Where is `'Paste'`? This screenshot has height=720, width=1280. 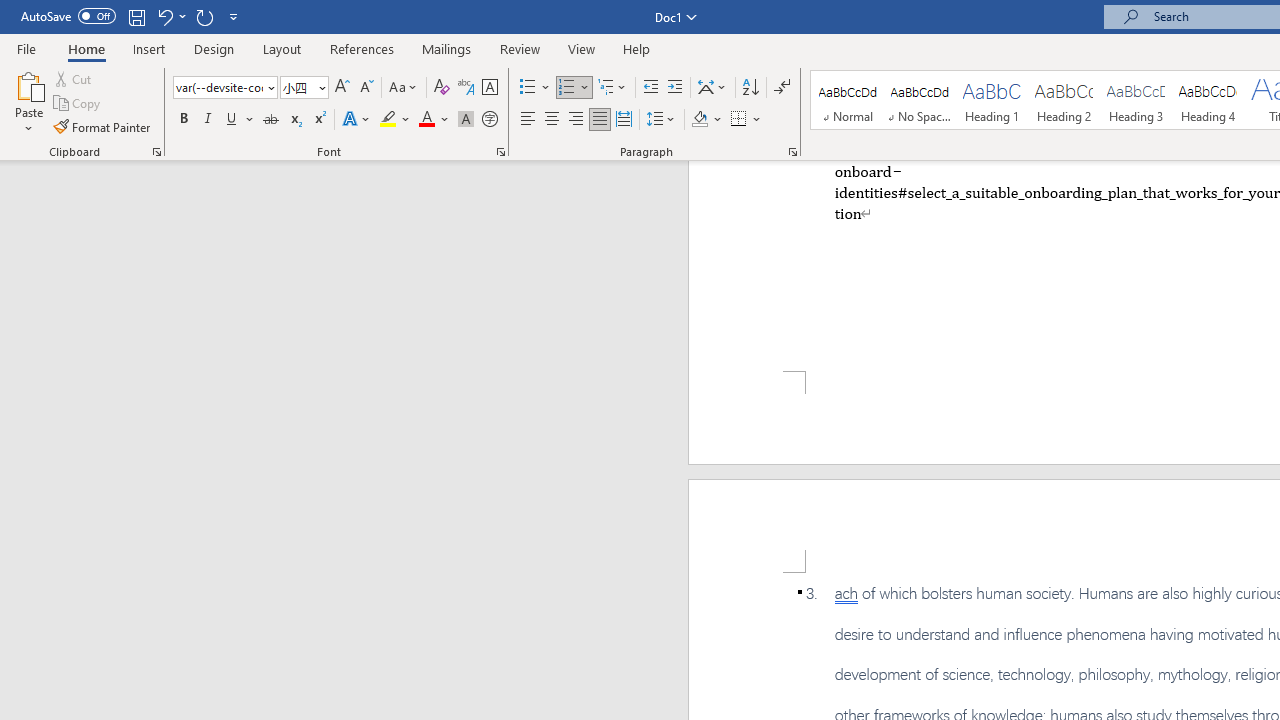
'Paste' is located at coordinates (28, 84).